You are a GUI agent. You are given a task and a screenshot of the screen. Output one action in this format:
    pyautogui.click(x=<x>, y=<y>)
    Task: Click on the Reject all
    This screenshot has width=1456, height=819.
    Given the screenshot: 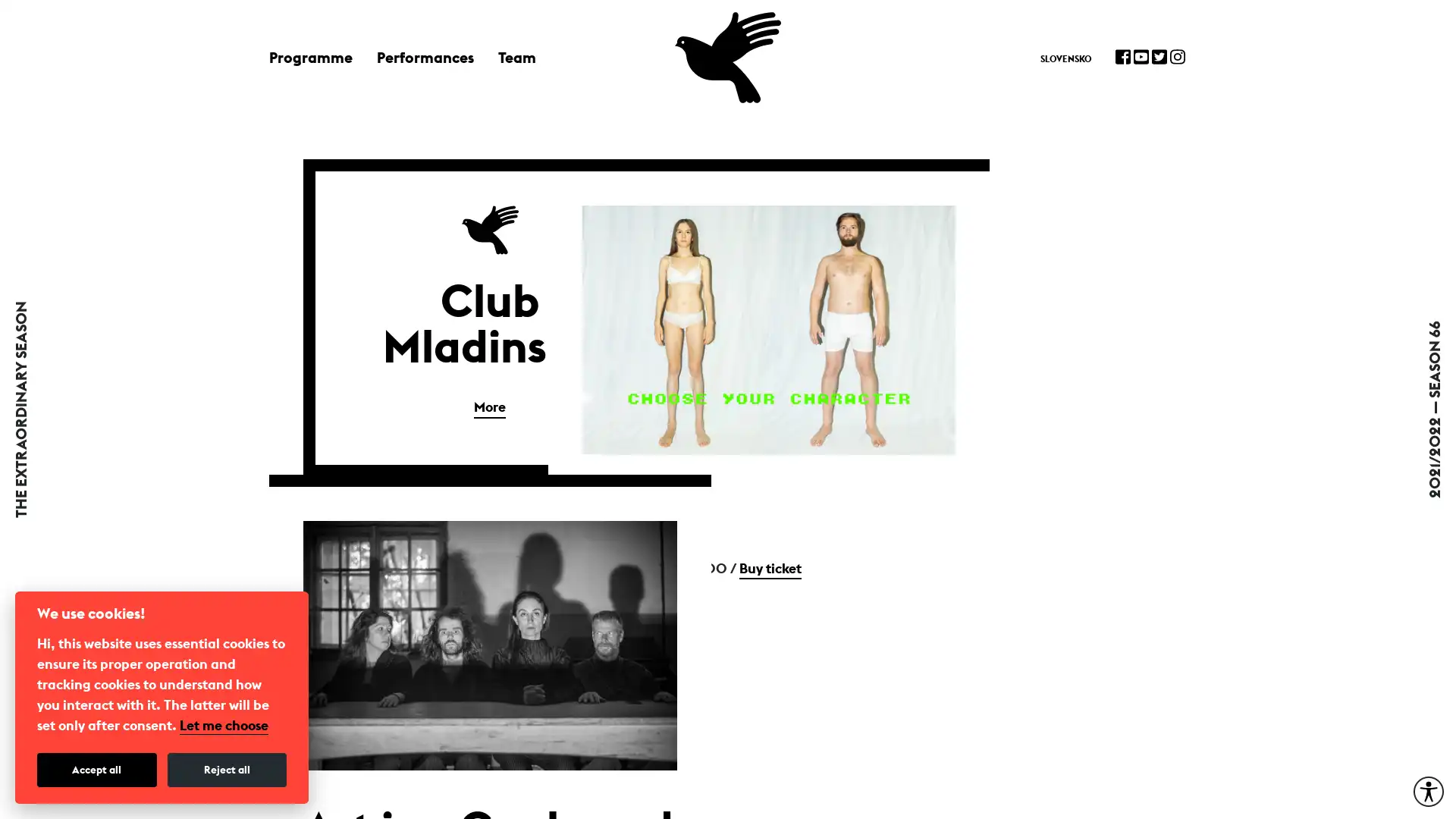 What is the action you would take?
    pyautogui.click(x=225, y=769)
    